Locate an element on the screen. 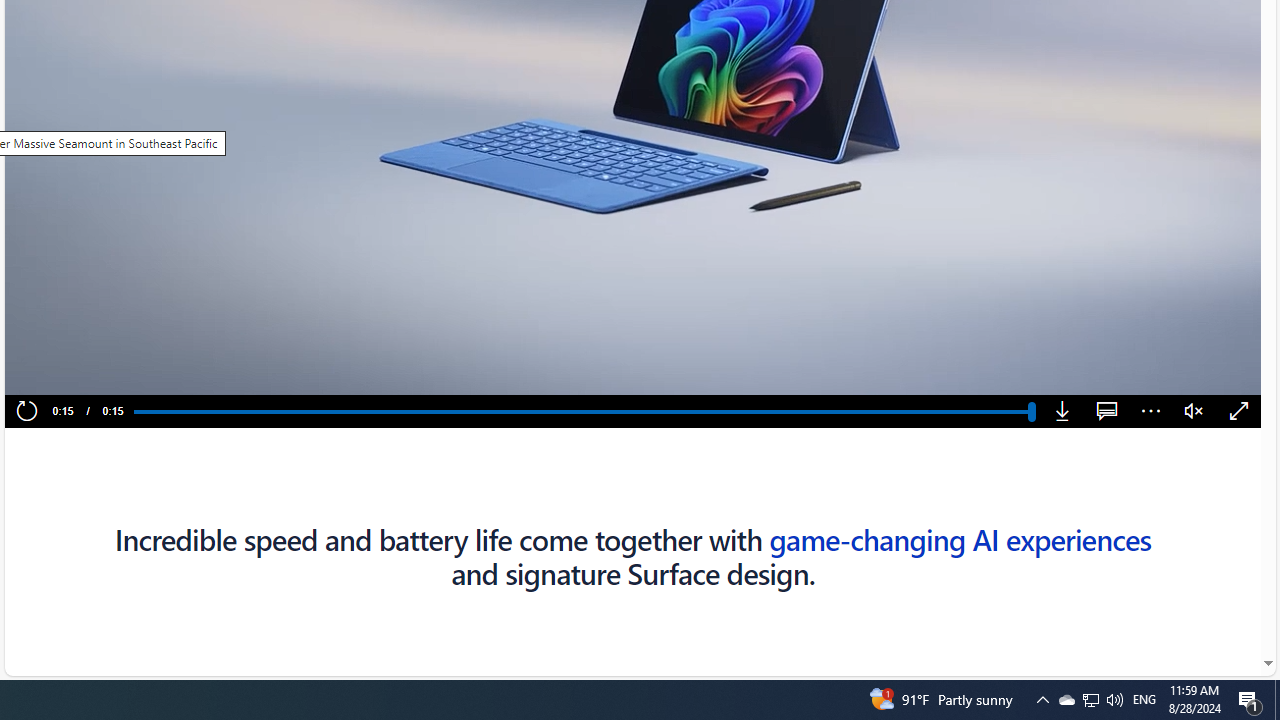 Image resolution: width=1280 pixels, height=720 pixels. 'Fullscreen' is located at coordinates (1238, 411).